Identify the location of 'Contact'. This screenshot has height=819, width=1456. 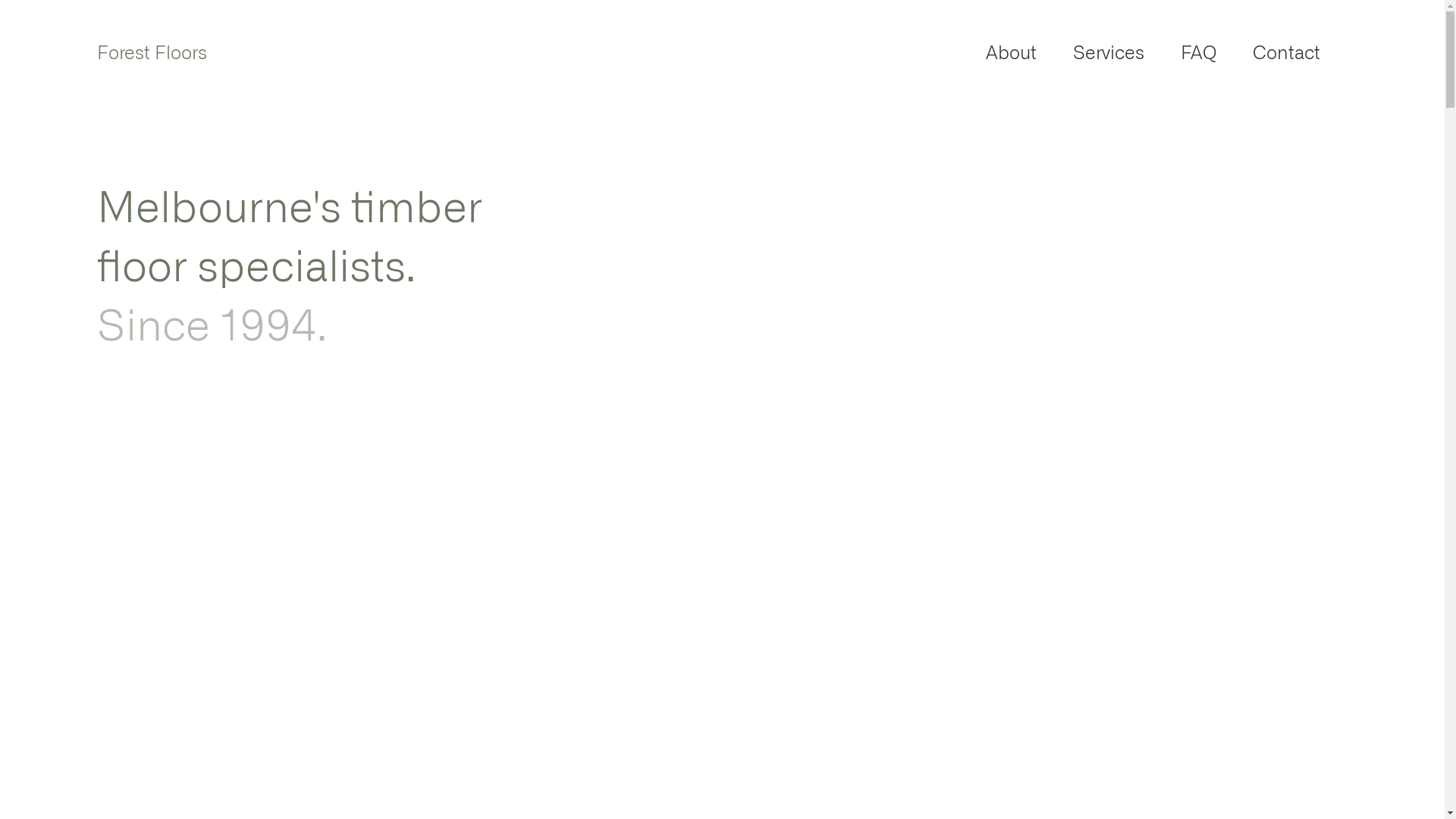
(1234, 52).